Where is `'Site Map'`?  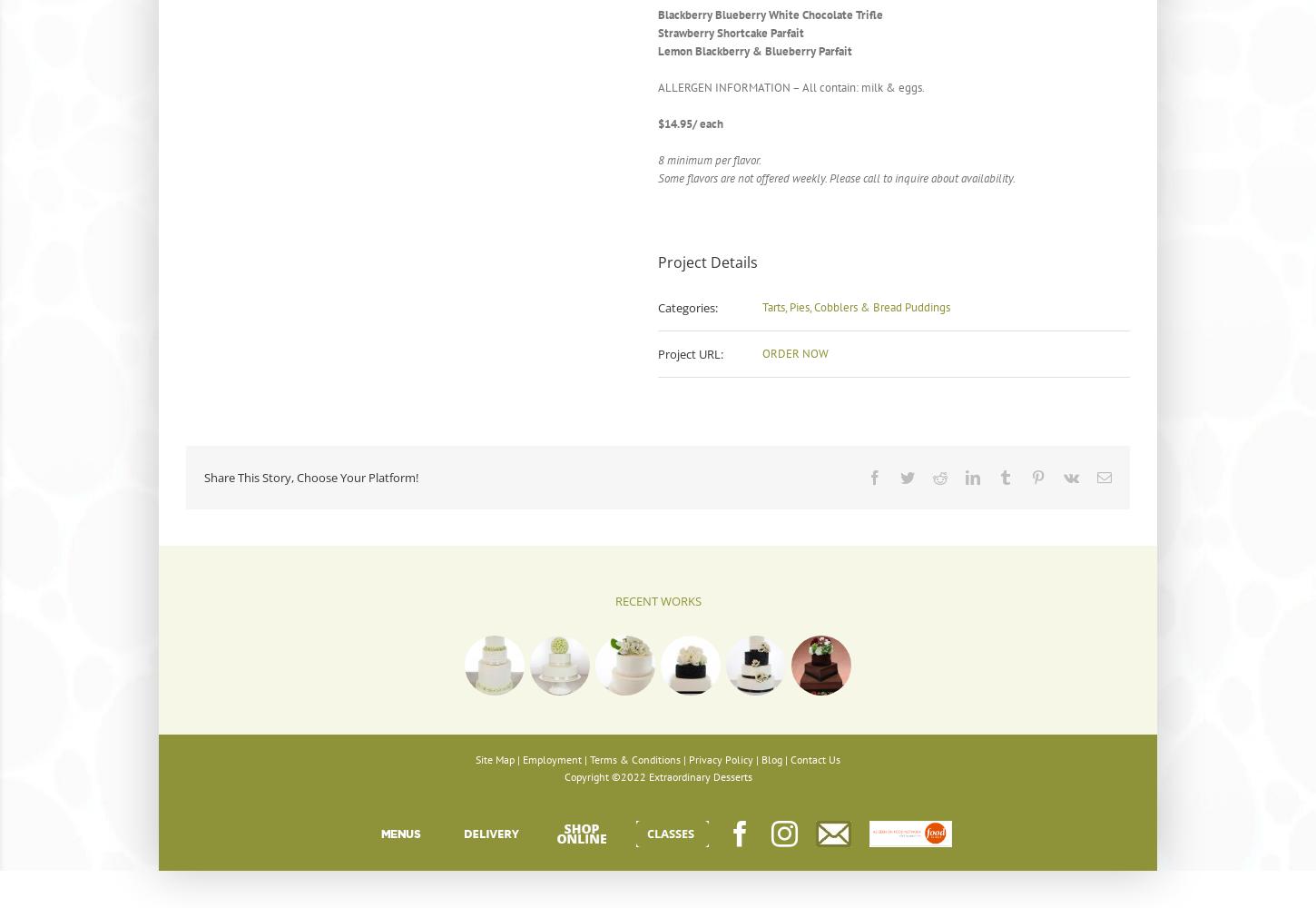
'Site Map' is located at coordinates (476, 758).